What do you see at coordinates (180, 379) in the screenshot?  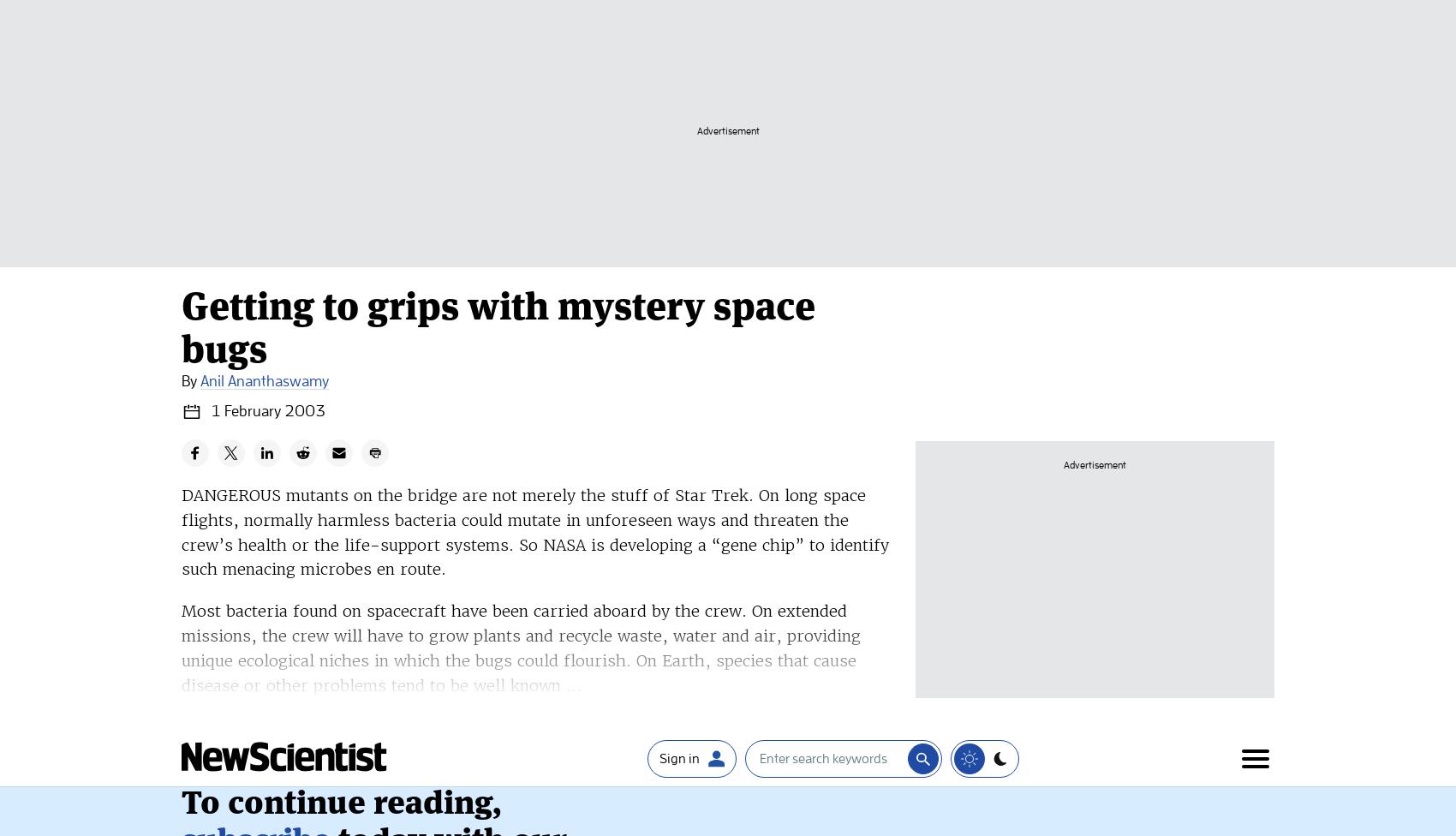 I see `'Inclusive of applicable taxes (VAT)'` at bounding box center [180, 379].